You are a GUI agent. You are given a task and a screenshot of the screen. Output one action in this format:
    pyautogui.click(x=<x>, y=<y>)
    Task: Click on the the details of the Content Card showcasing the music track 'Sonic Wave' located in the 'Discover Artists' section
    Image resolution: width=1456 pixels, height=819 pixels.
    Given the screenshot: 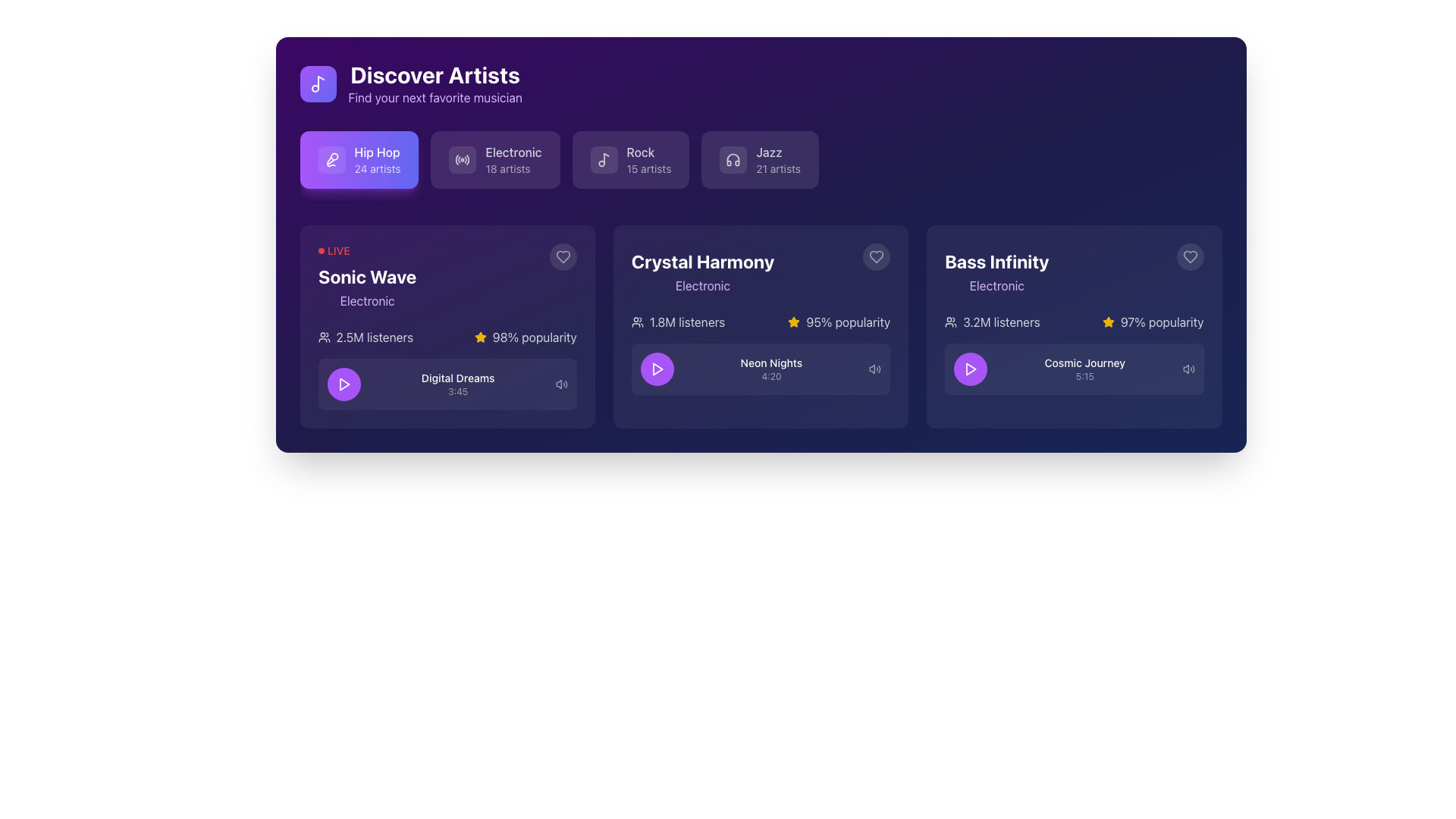 What is the action you would take?
    pyautogui.click(x=447, y=326)
    